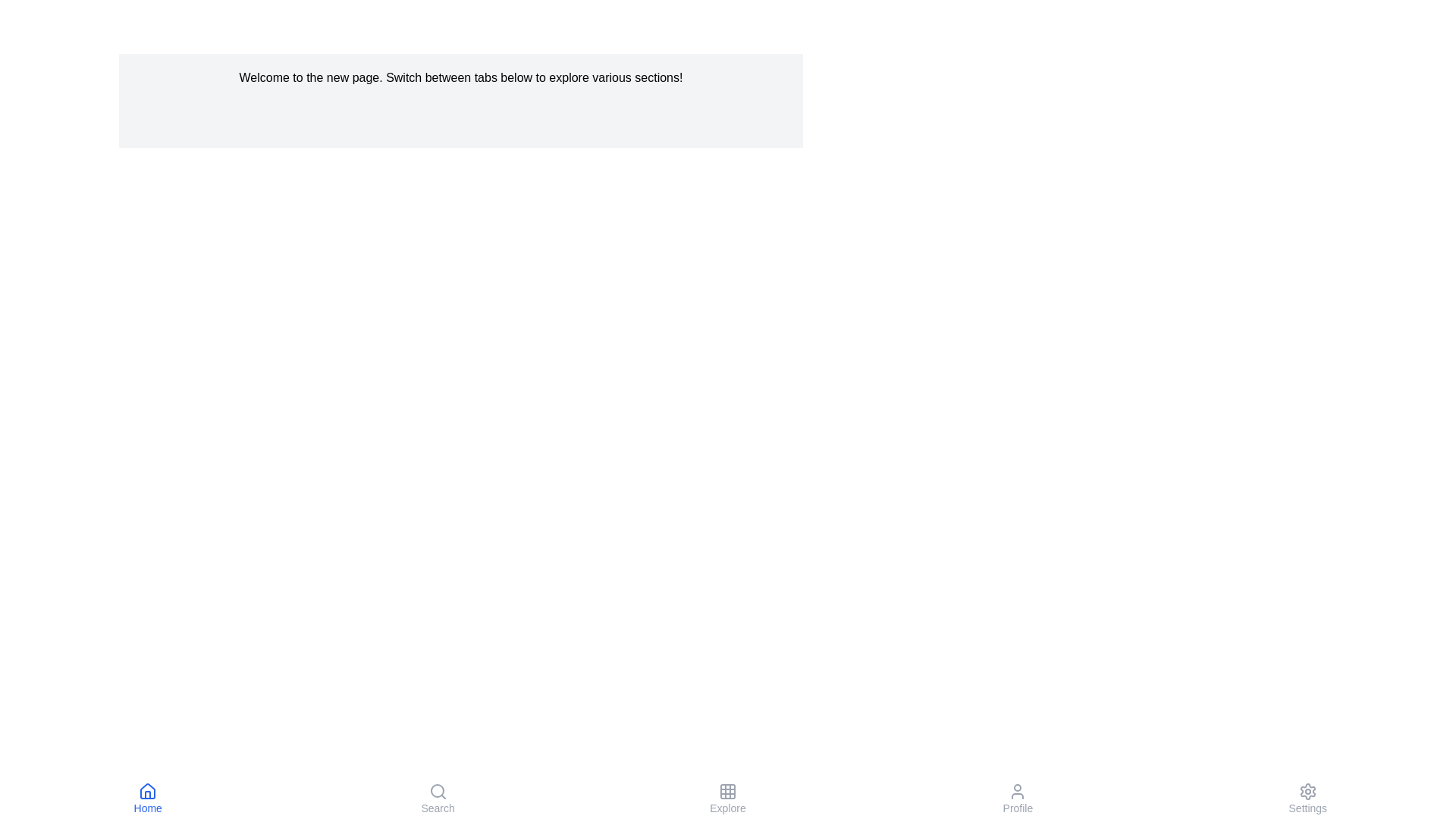 The width and height of the screenshot is (1456, 819). I want to click on the descriptive text label for the home icon located in the bottom navigation bar, centered horizontally beneath the icon, so click(148, 807).